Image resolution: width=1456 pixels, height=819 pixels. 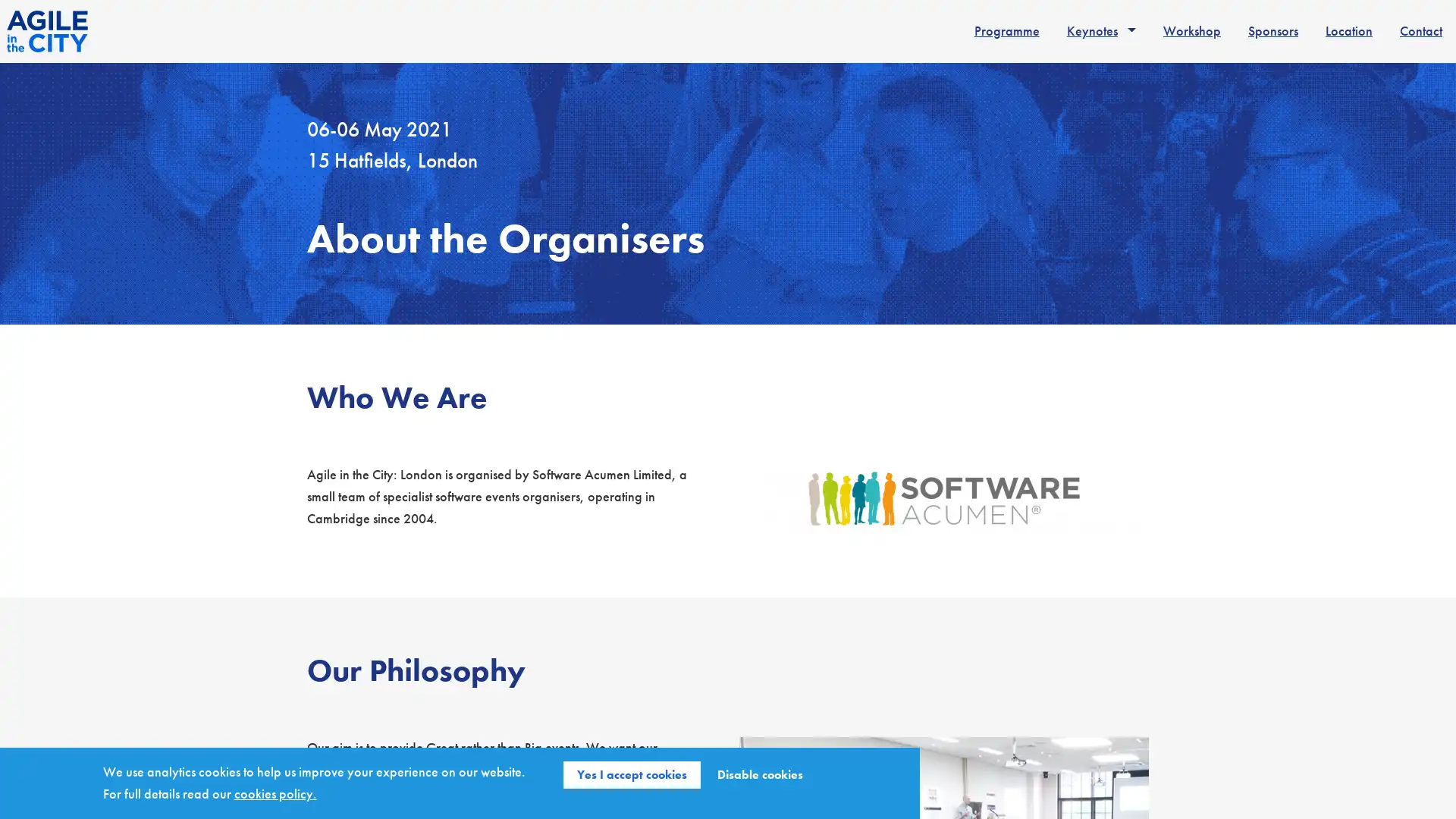 What do you see at coordinates (632, 775) in the screenshot?
I see `Yes I accept cookies` at bounding box center [632, 775].